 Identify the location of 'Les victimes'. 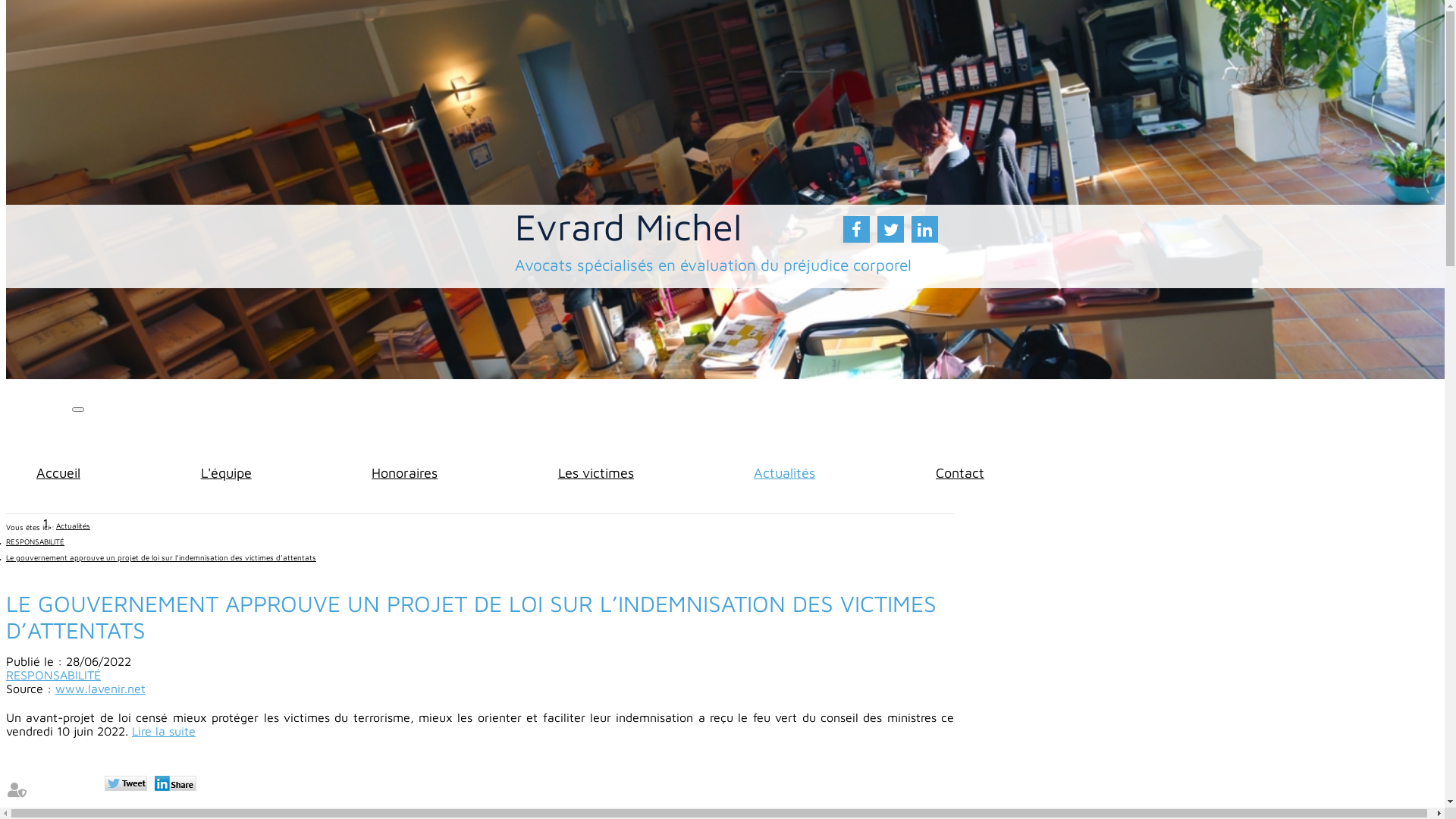
(595, 472).